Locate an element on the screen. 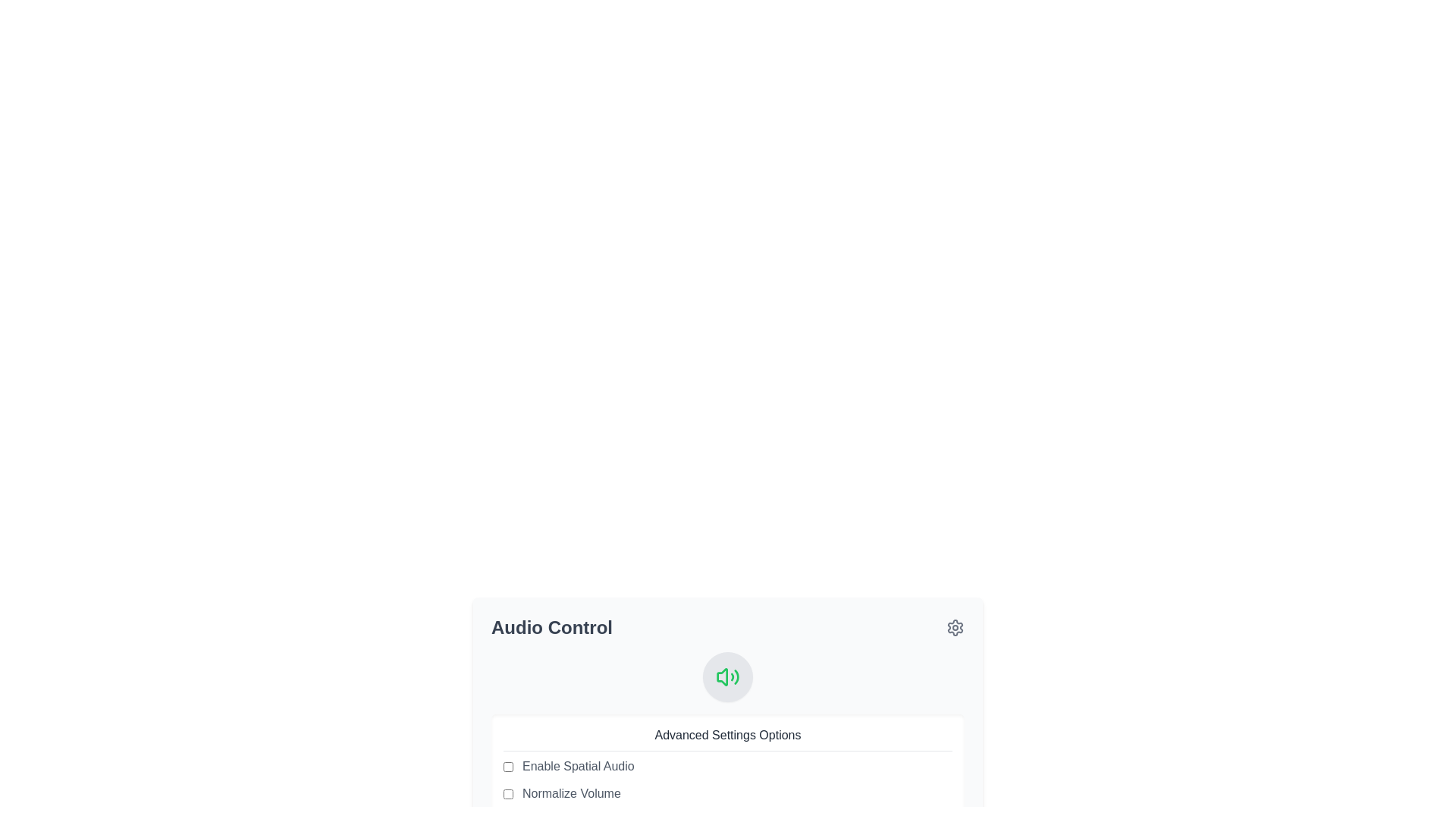 This screenshot has height=819, width=1456. the text label displaying 'Enable Spatial Audio', which is styled with a gray font color and positioned next to a checkbox in the 'Advanced Settings Options' section is located at coordinates (577, 766).